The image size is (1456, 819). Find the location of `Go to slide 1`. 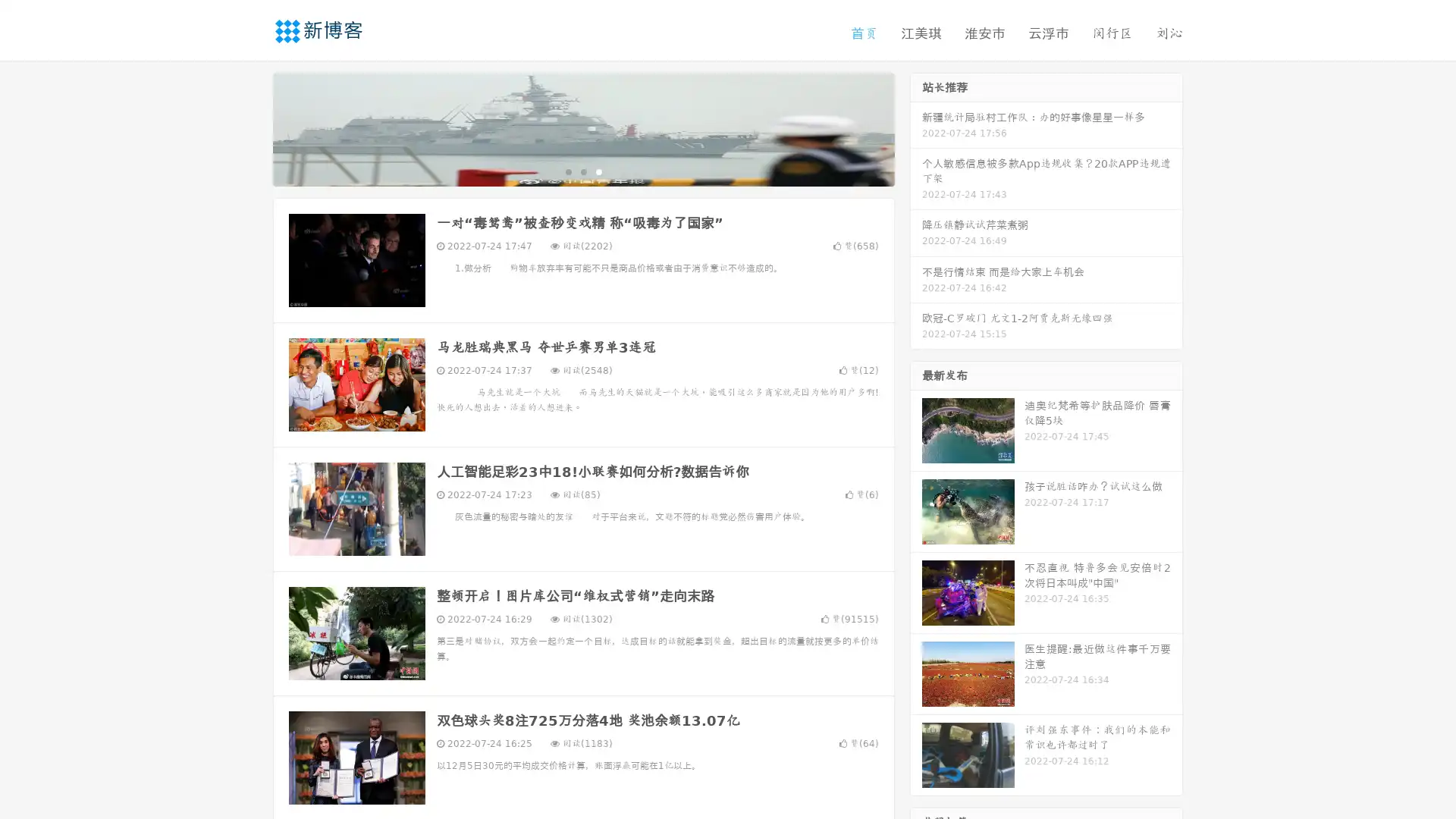

Go to slide 1 is located at coordinates (567, 171).